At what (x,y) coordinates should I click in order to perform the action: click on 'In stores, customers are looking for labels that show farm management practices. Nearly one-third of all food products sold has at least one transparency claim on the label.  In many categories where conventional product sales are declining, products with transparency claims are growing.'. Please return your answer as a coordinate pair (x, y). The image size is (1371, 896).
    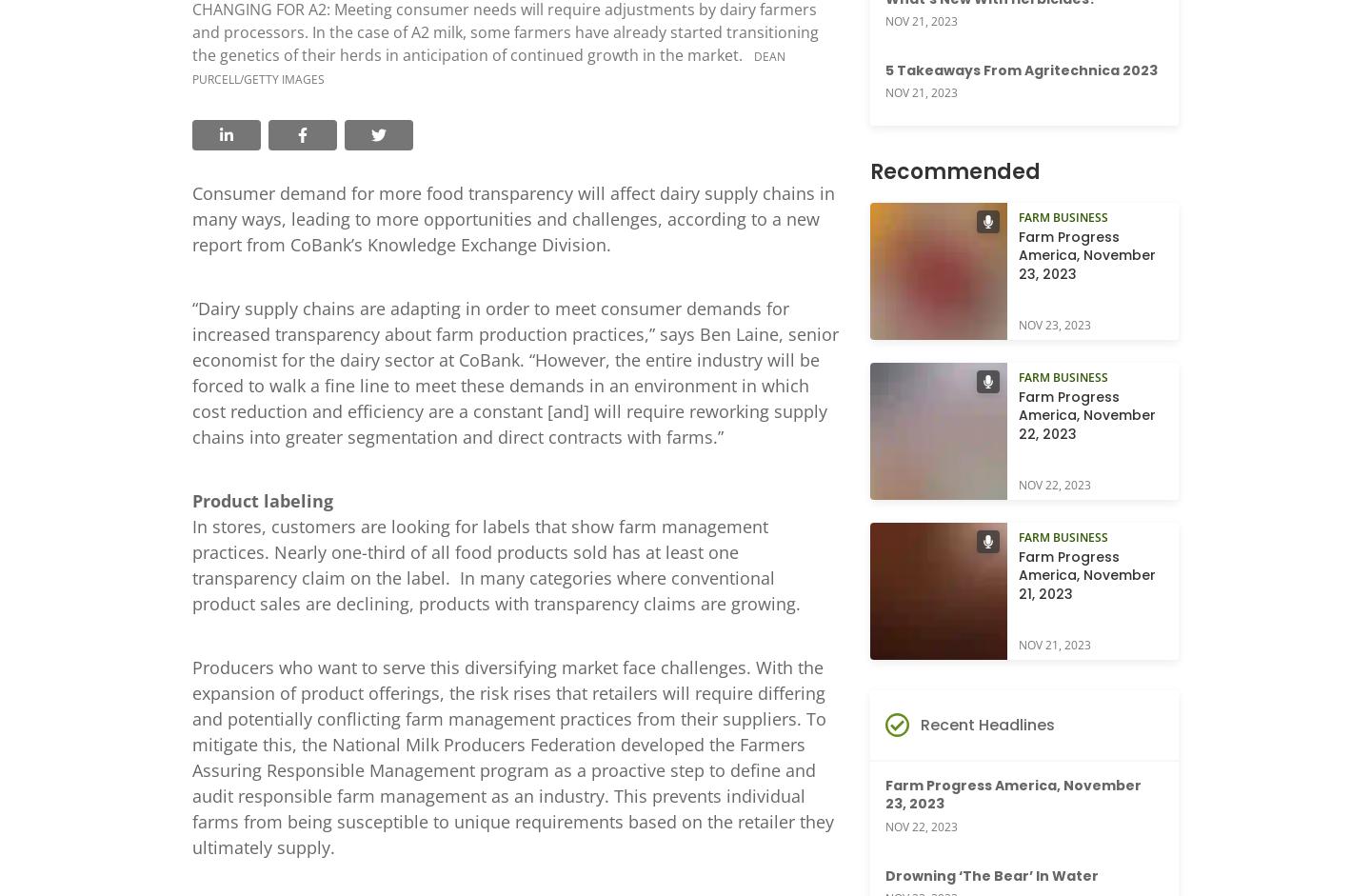
    Looking at the image, I should click on (192, 563).